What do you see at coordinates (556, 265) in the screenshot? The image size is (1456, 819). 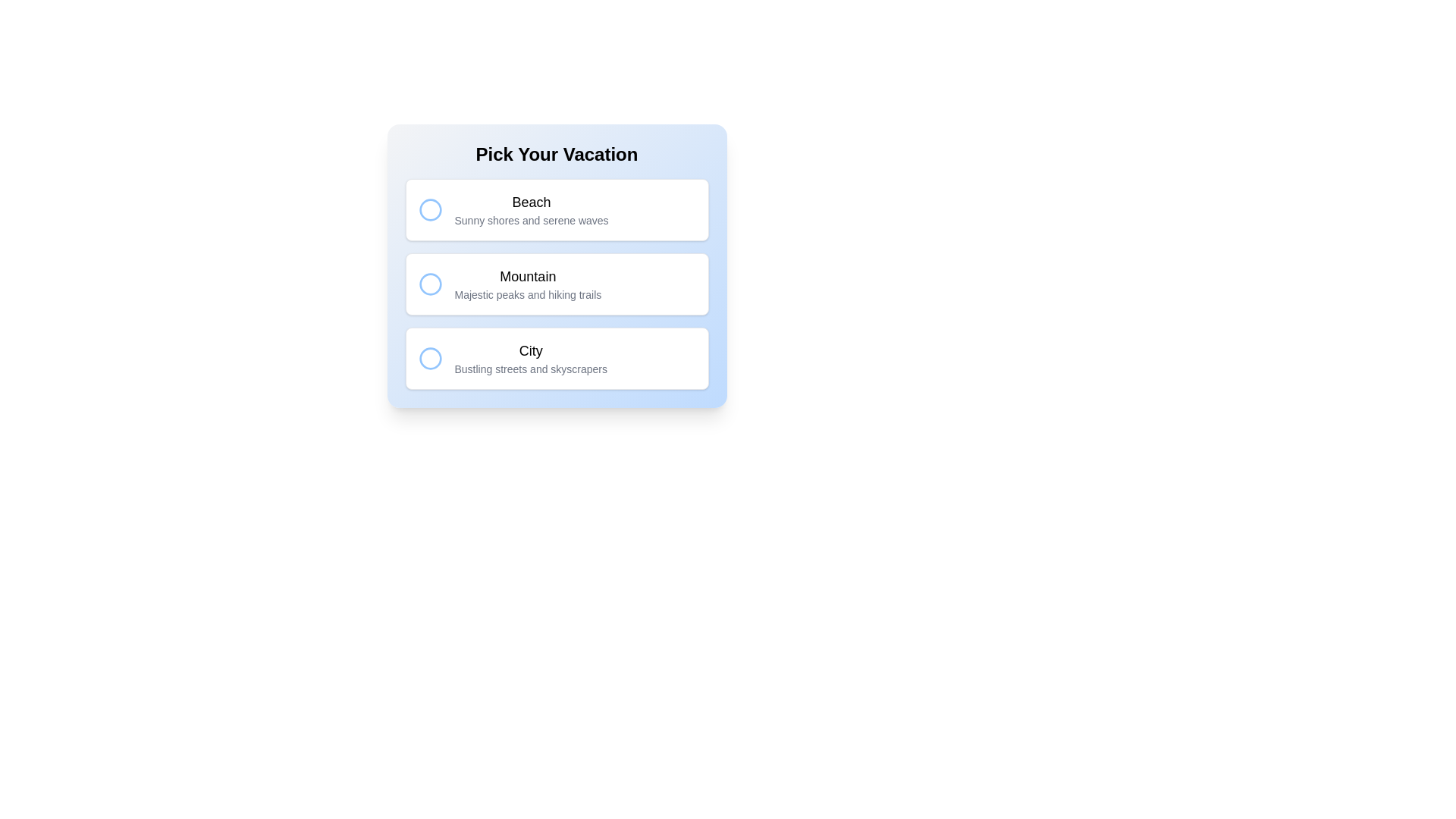 I see `the selectable card labeled 'Mountain' with a description 'Majestic peaks and hiking trails' in the 'Pick Your Vacation' section` at bounding box center [556, 265].